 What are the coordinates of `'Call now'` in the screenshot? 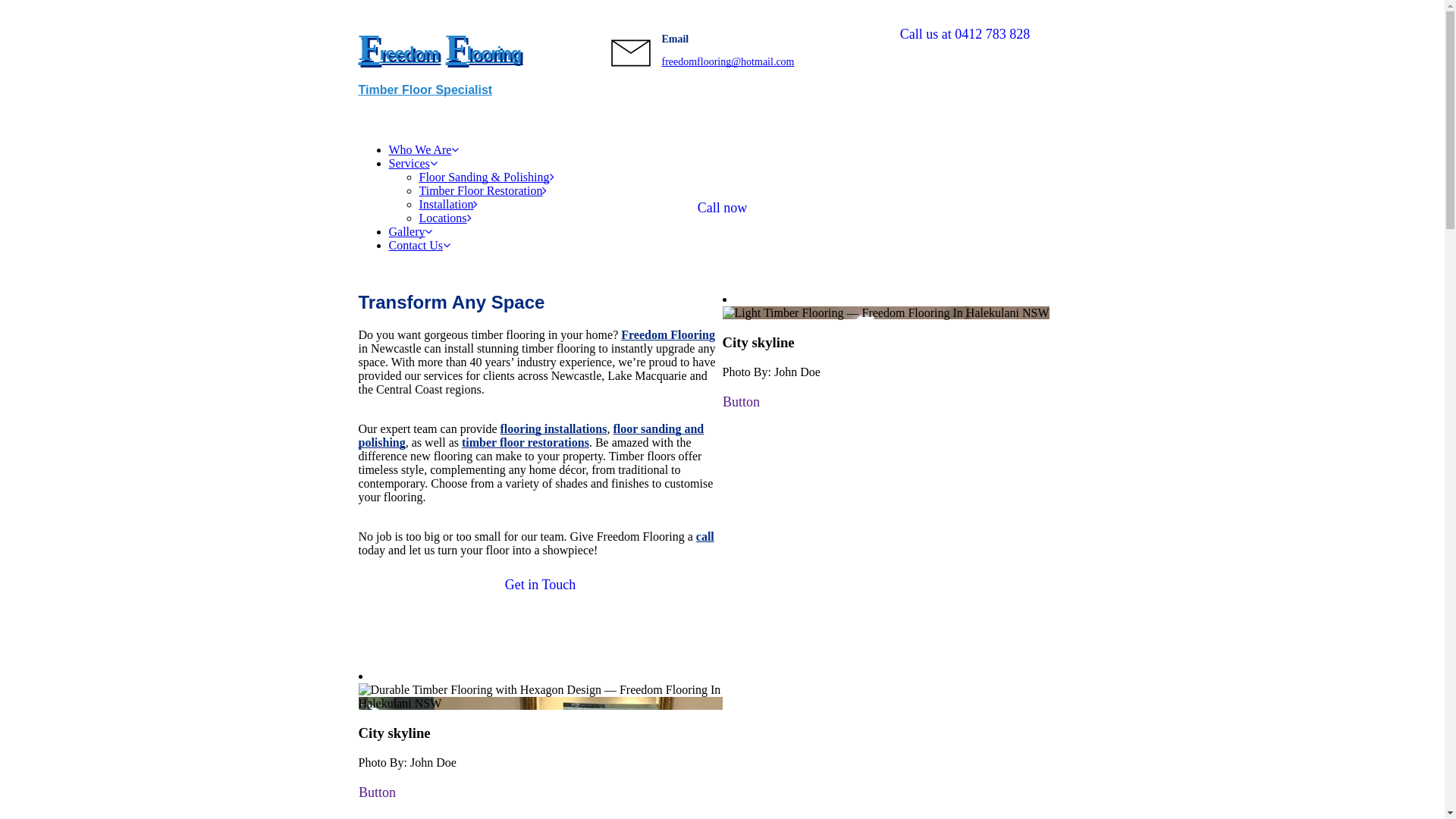 It's located at (720, 208).